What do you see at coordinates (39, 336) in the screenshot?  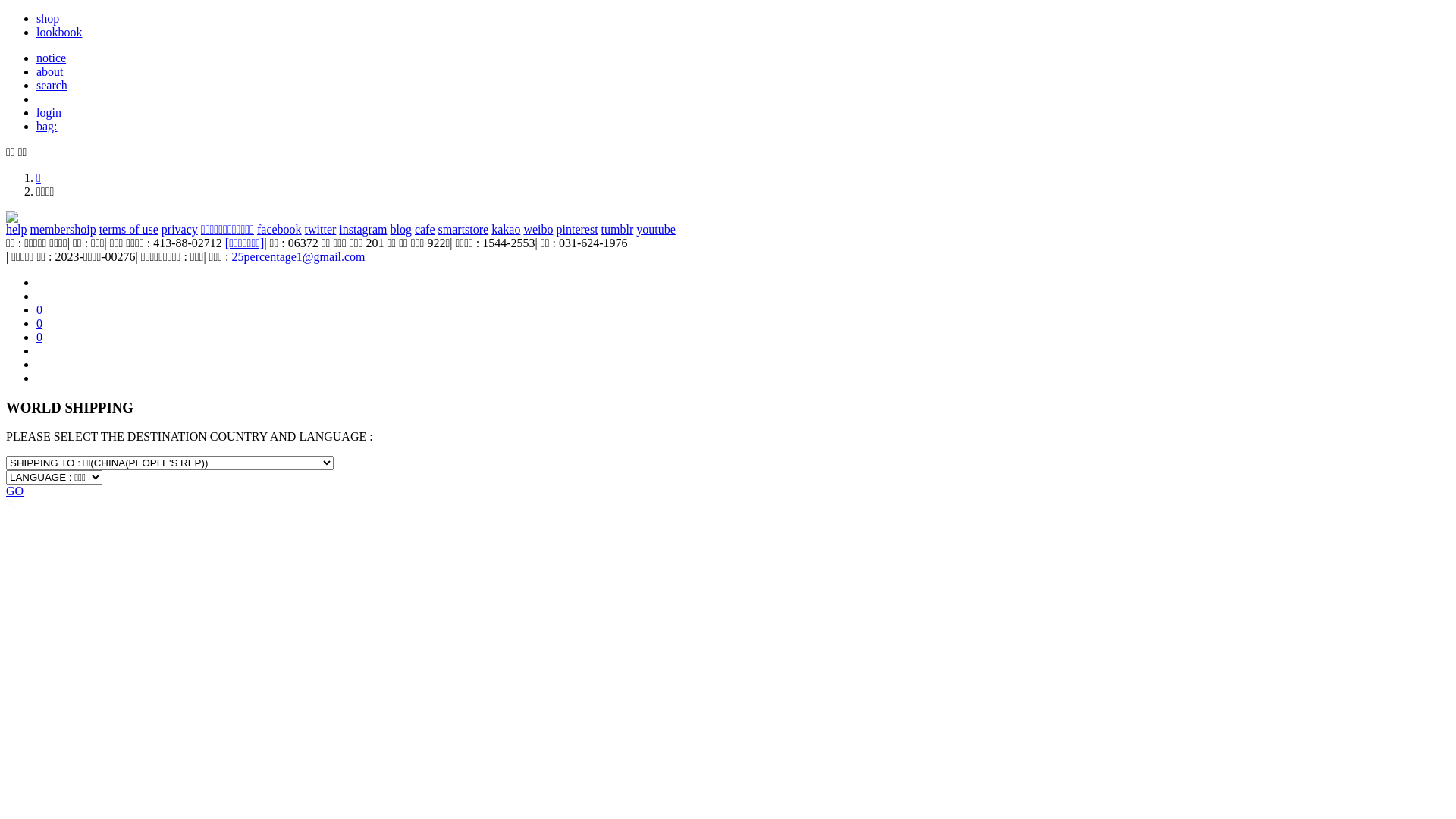 I see `'0'` at bounding box center [39, 336].